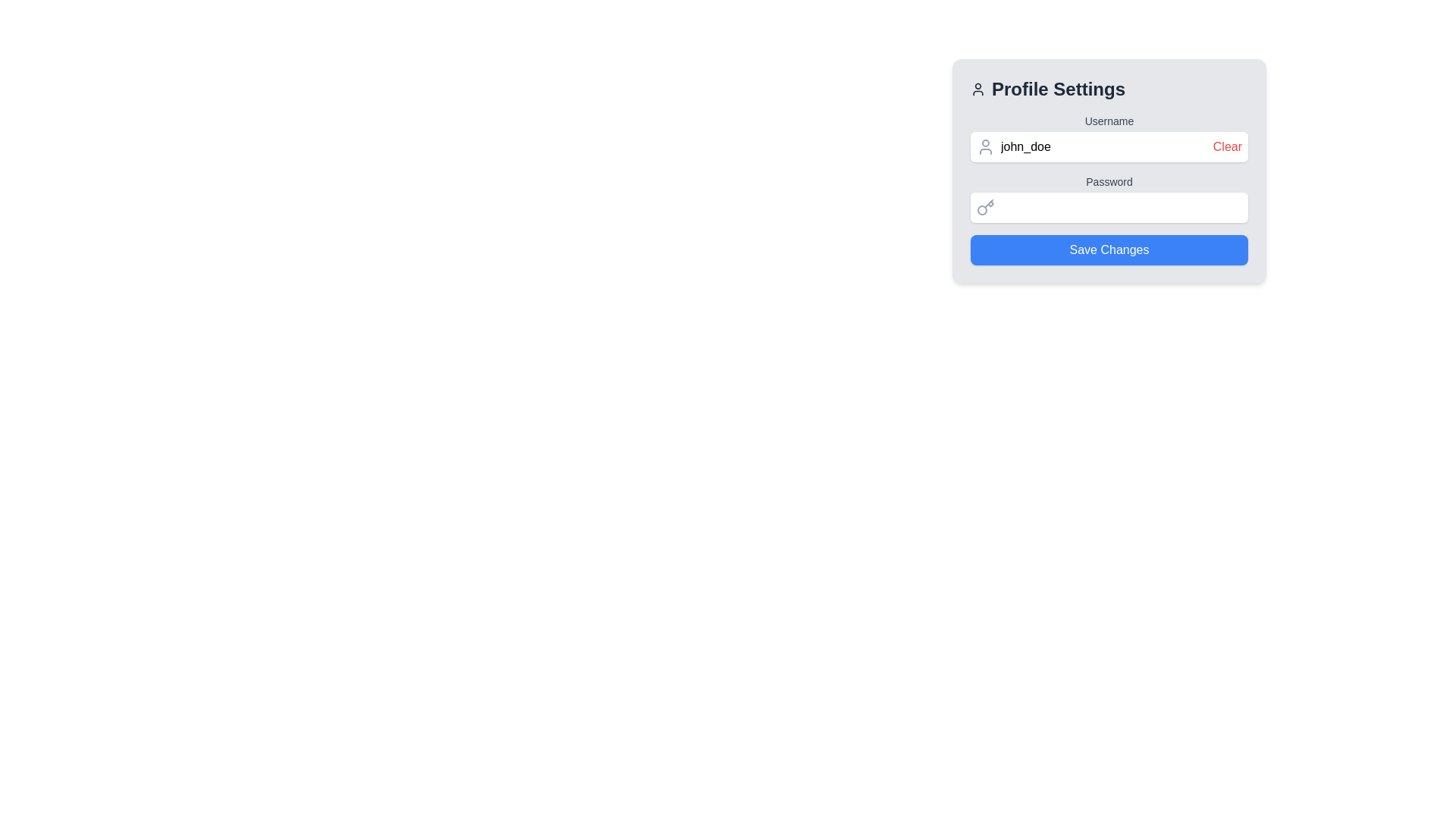 The height and width of the screenshot is (819, 1456). I want to click on the clear button located to the right of the 'Username' input field, so click(1227, 146).